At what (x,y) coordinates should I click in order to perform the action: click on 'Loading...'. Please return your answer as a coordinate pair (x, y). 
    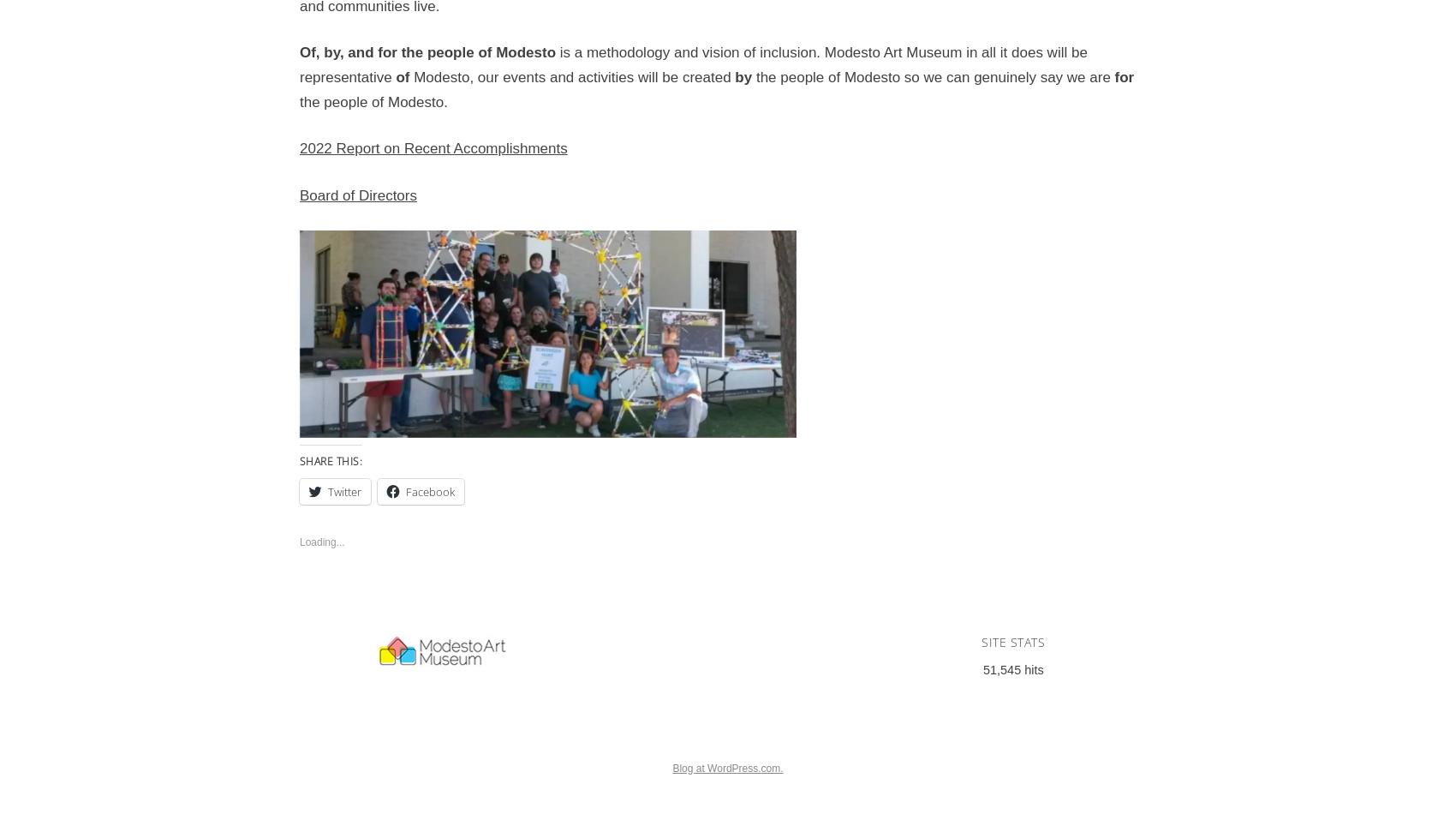
    Looking at the image, I should click on (298, 541).